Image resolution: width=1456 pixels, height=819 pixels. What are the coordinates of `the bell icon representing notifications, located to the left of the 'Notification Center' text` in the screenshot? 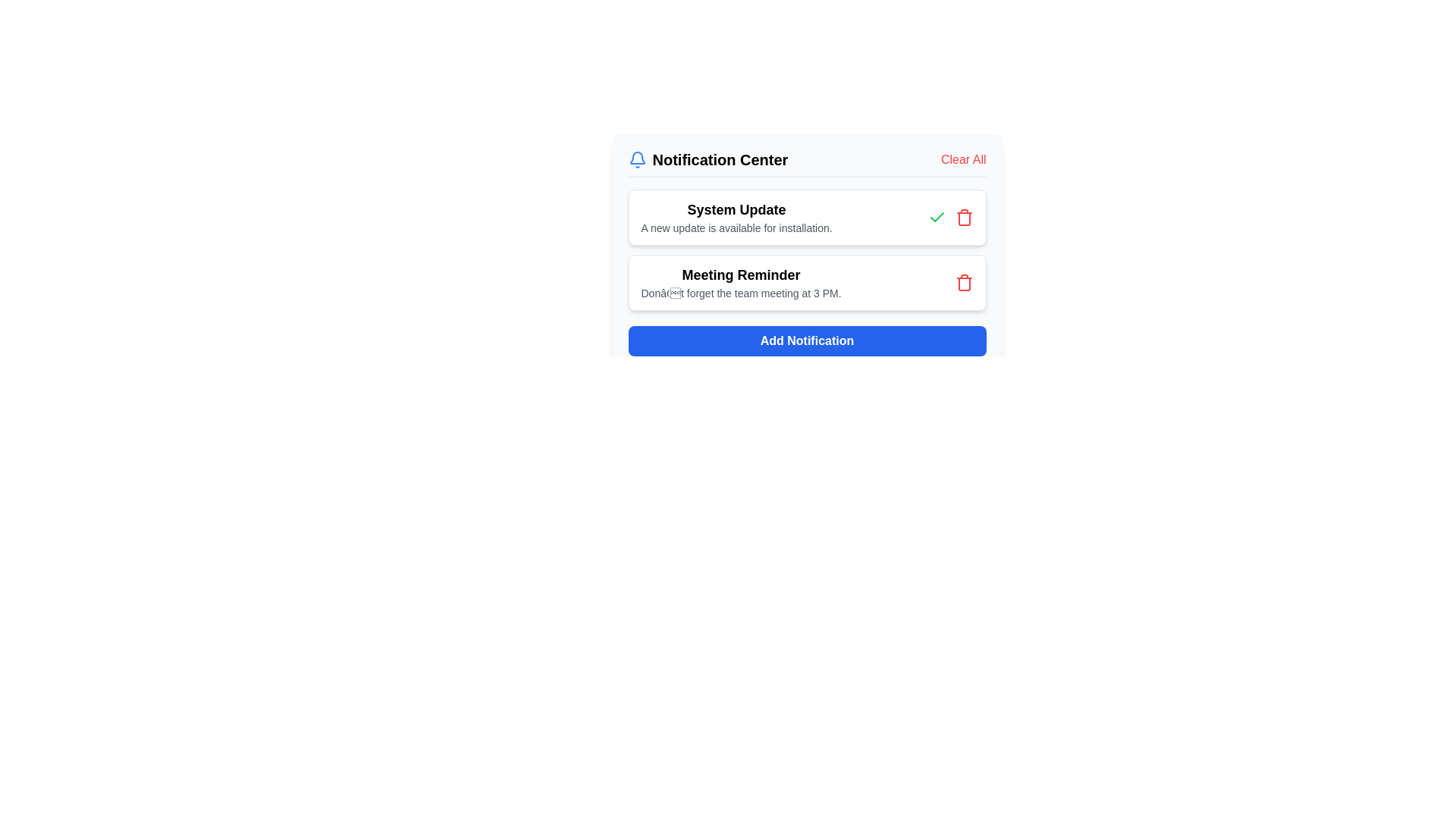 It's located at (637, 158).